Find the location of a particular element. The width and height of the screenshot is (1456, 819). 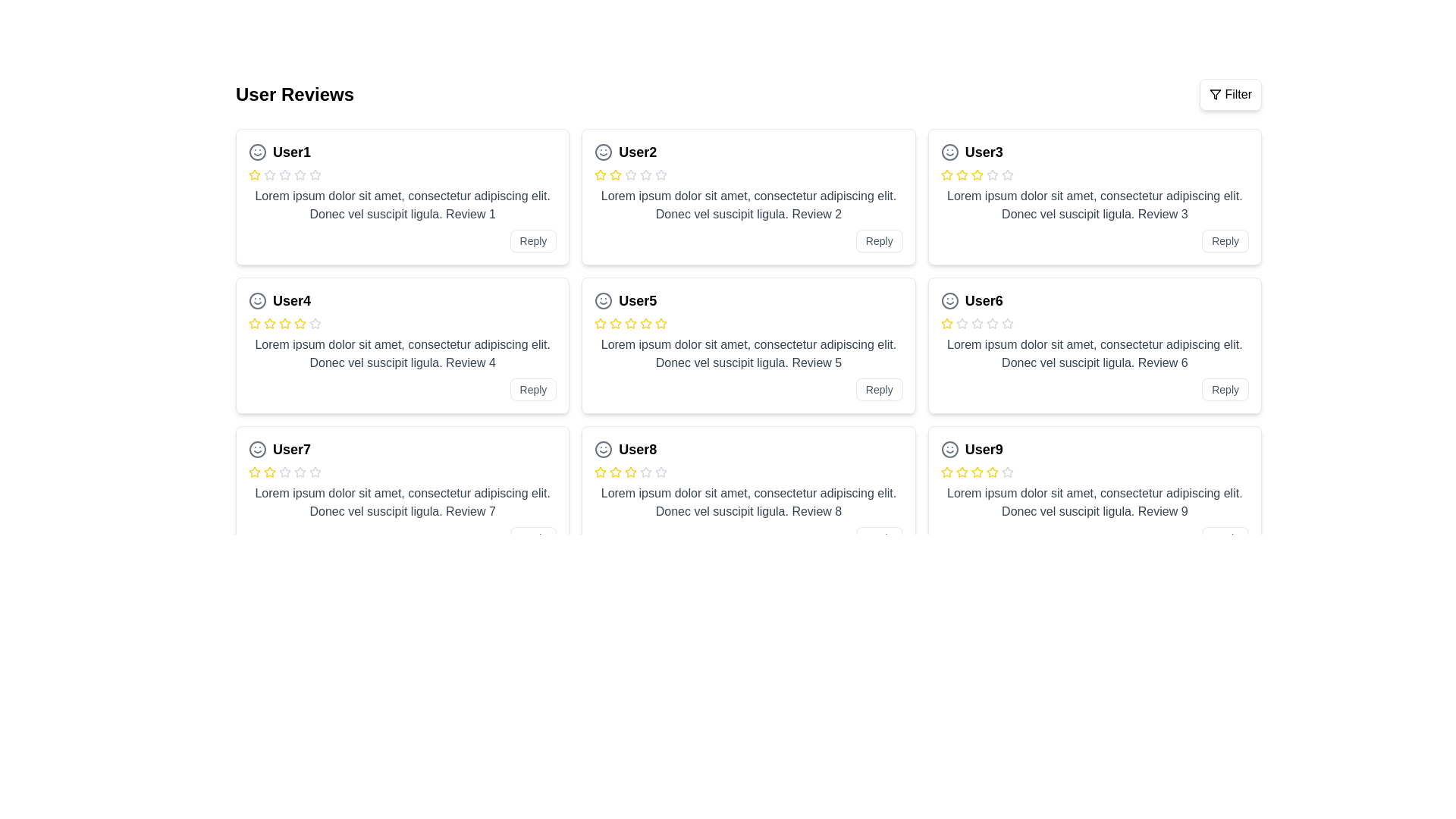

the first star icon in the rating system for User7's review is located at coordinates (255, 471).